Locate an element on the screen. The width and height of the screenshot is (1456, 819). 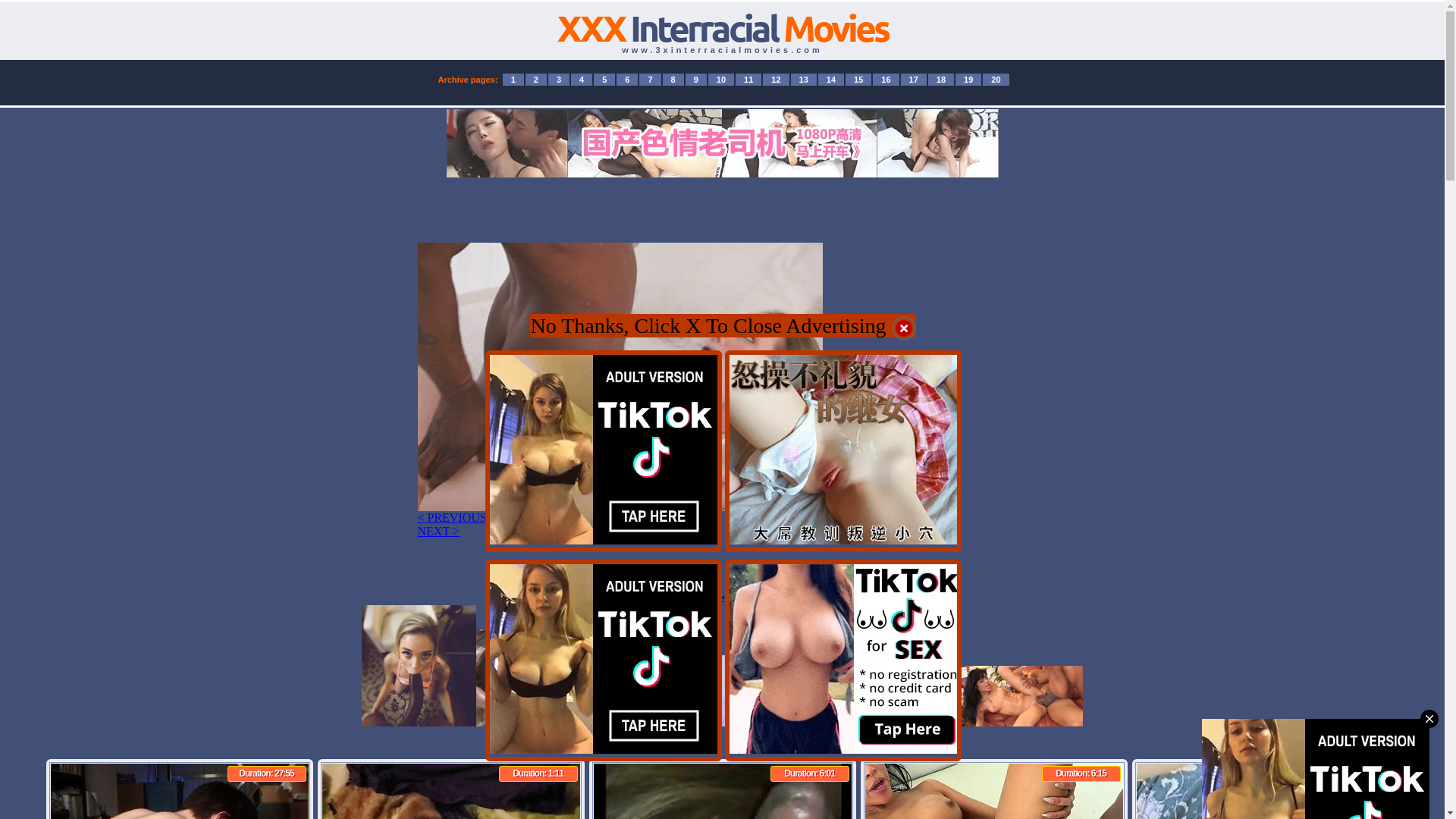
'13' is located at coordinates (803, 79).